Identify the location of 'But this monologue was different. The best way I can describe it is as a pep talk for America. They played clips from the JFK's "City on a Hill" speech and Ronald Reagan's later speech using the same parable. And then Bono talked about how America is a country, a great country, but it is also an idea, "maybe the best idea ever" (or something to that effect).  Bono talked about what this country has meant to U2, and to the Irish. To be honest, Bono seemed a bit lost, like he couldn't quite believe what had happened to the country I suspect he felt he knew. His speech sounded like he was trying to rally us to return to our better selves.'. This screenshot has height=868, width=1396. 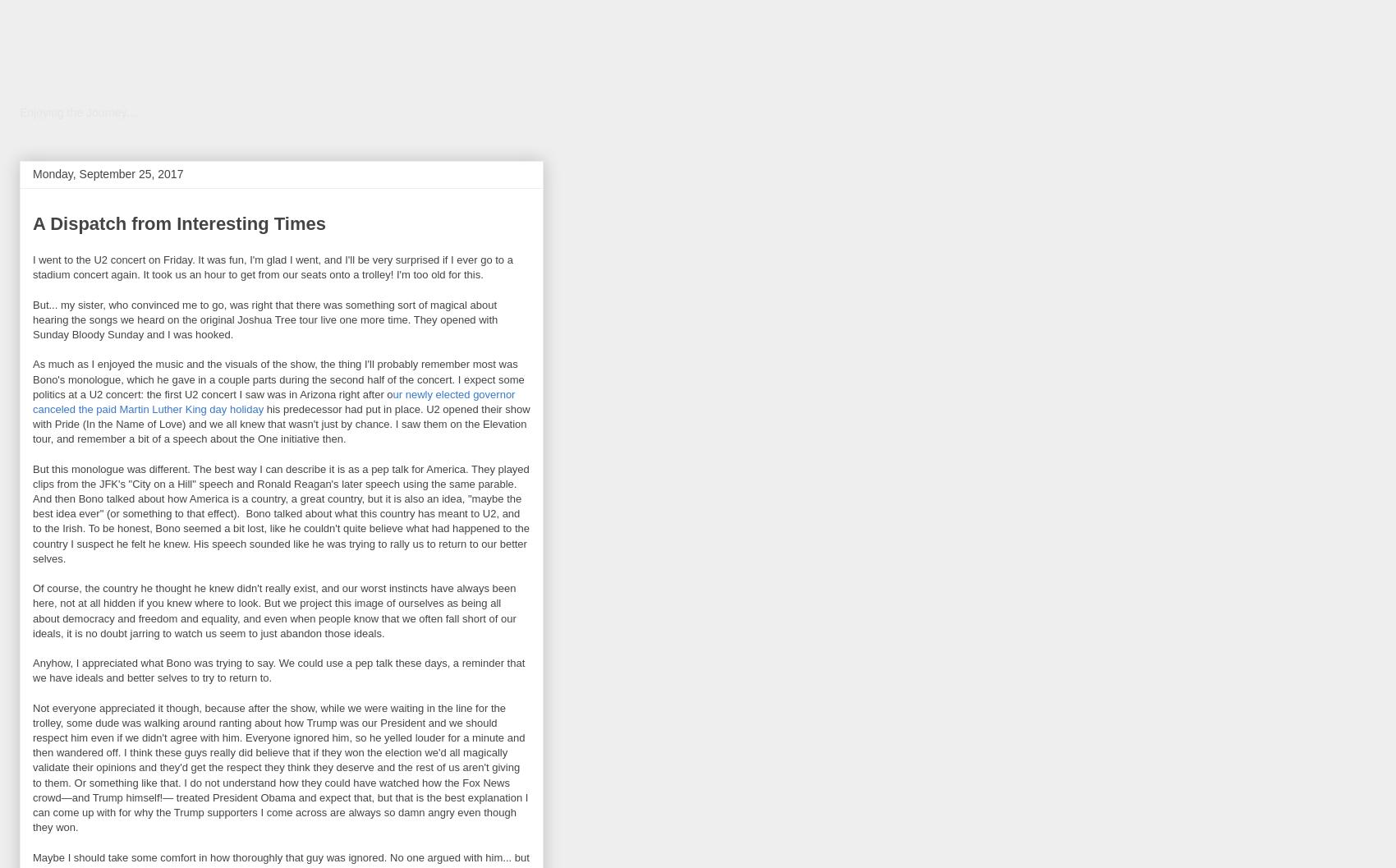
(280, 513).